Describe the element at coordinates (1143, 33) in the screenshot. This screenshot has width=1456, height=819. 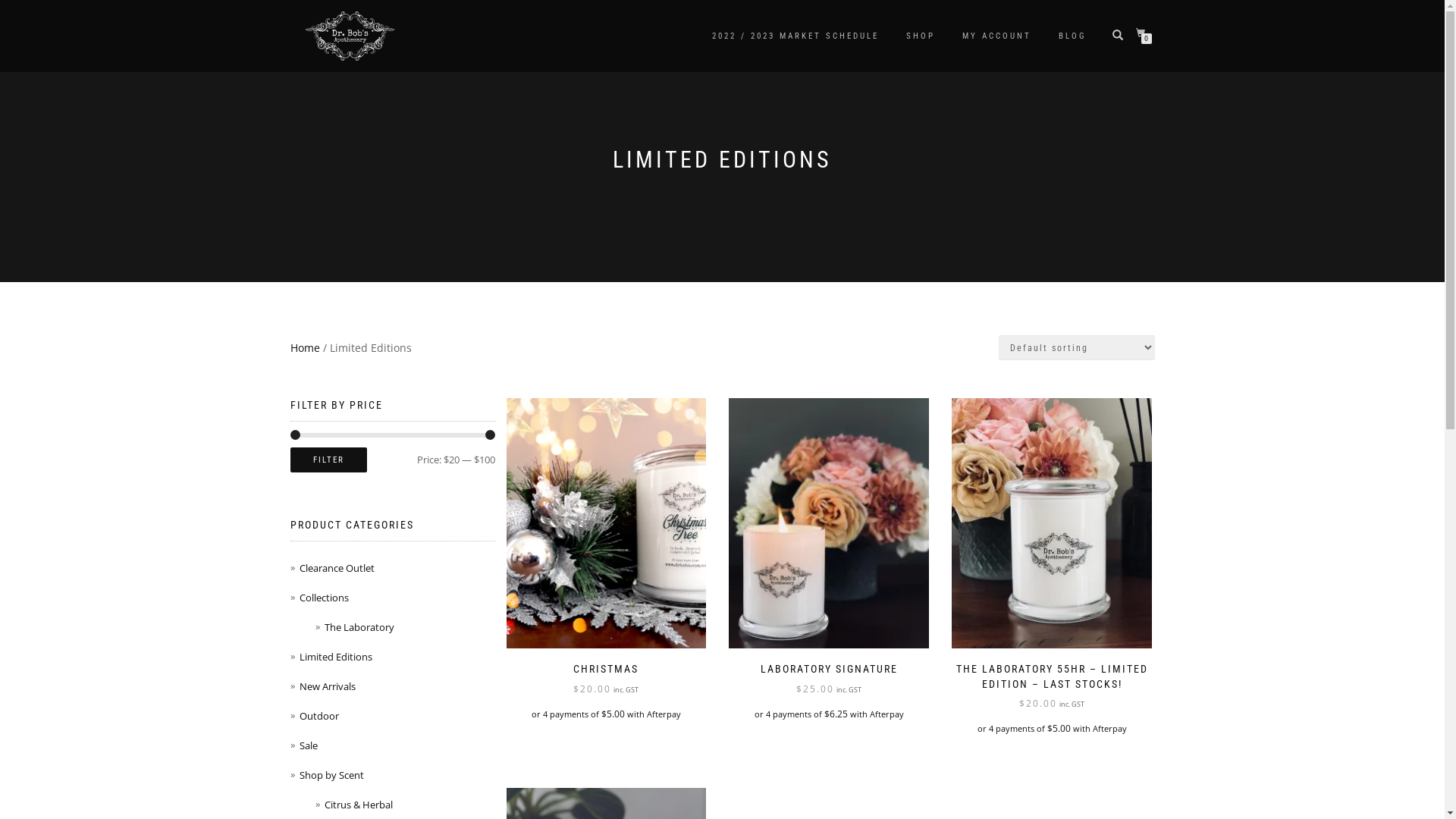
I see `'0'` at that location.